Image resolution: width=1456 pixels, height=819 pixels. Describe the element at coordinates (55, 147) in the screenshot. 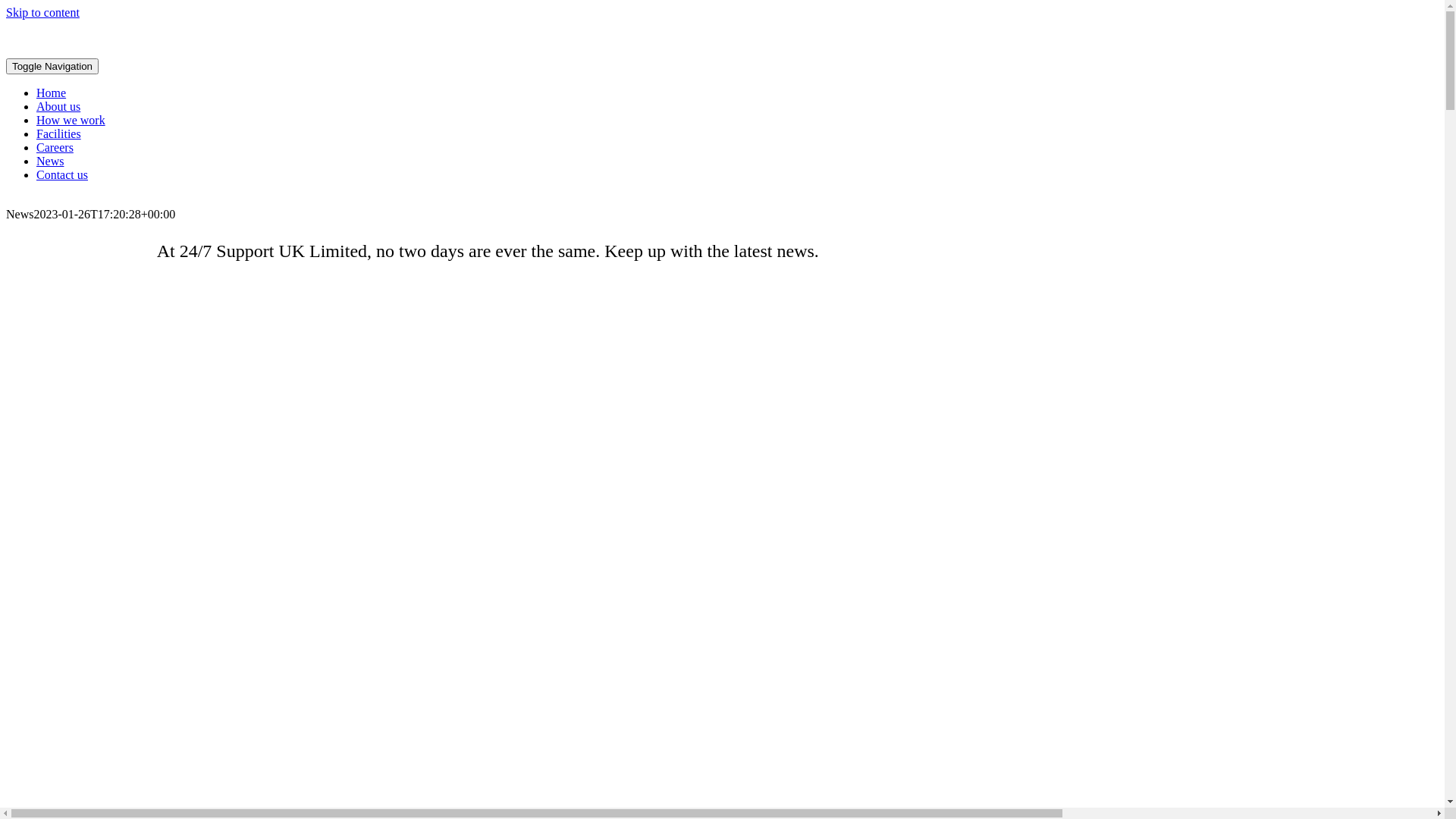

I see `'Careers'` at that location.